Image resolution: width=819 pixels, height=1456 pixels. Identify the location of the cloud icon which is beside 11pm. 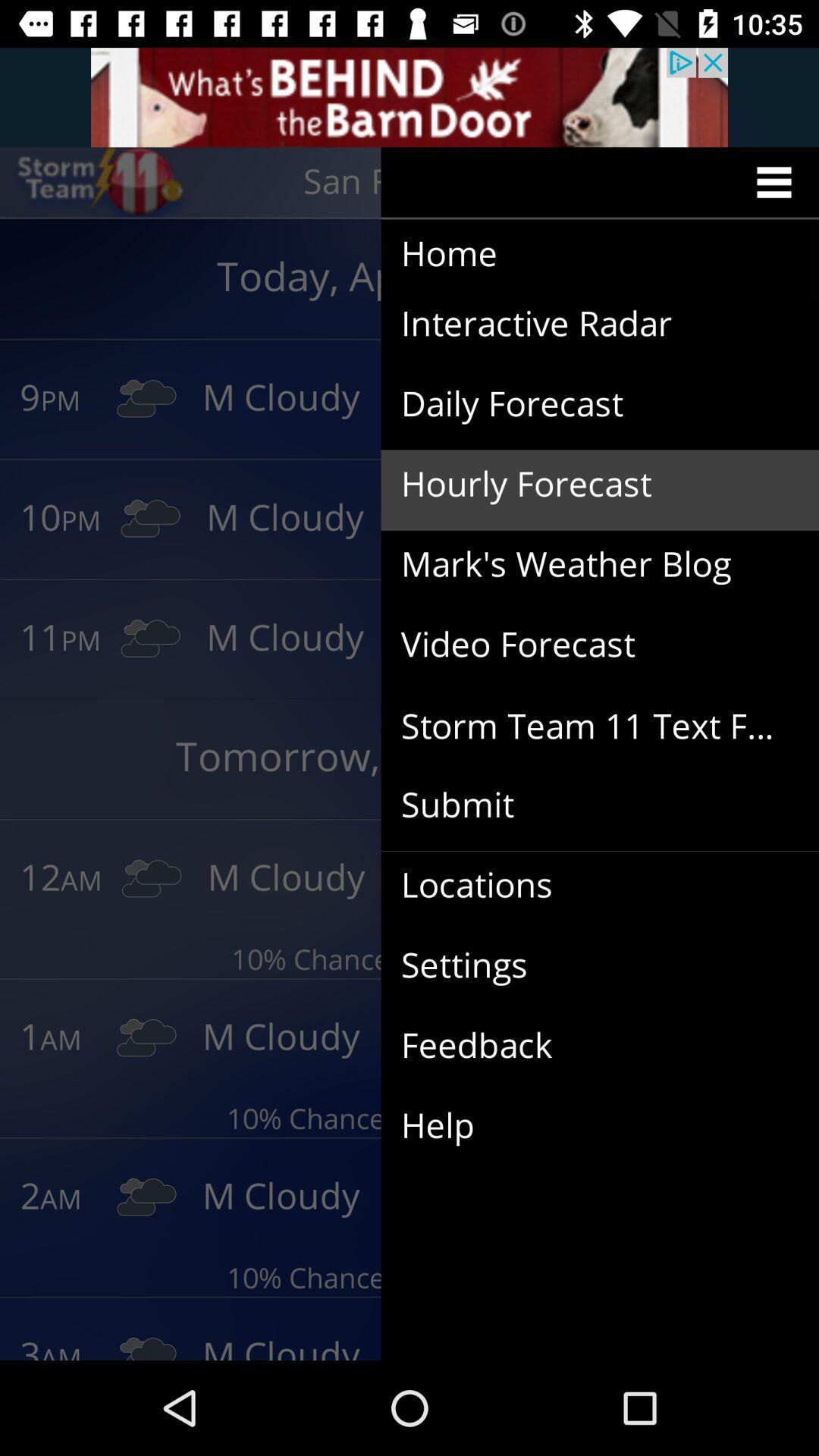
(150, 639).